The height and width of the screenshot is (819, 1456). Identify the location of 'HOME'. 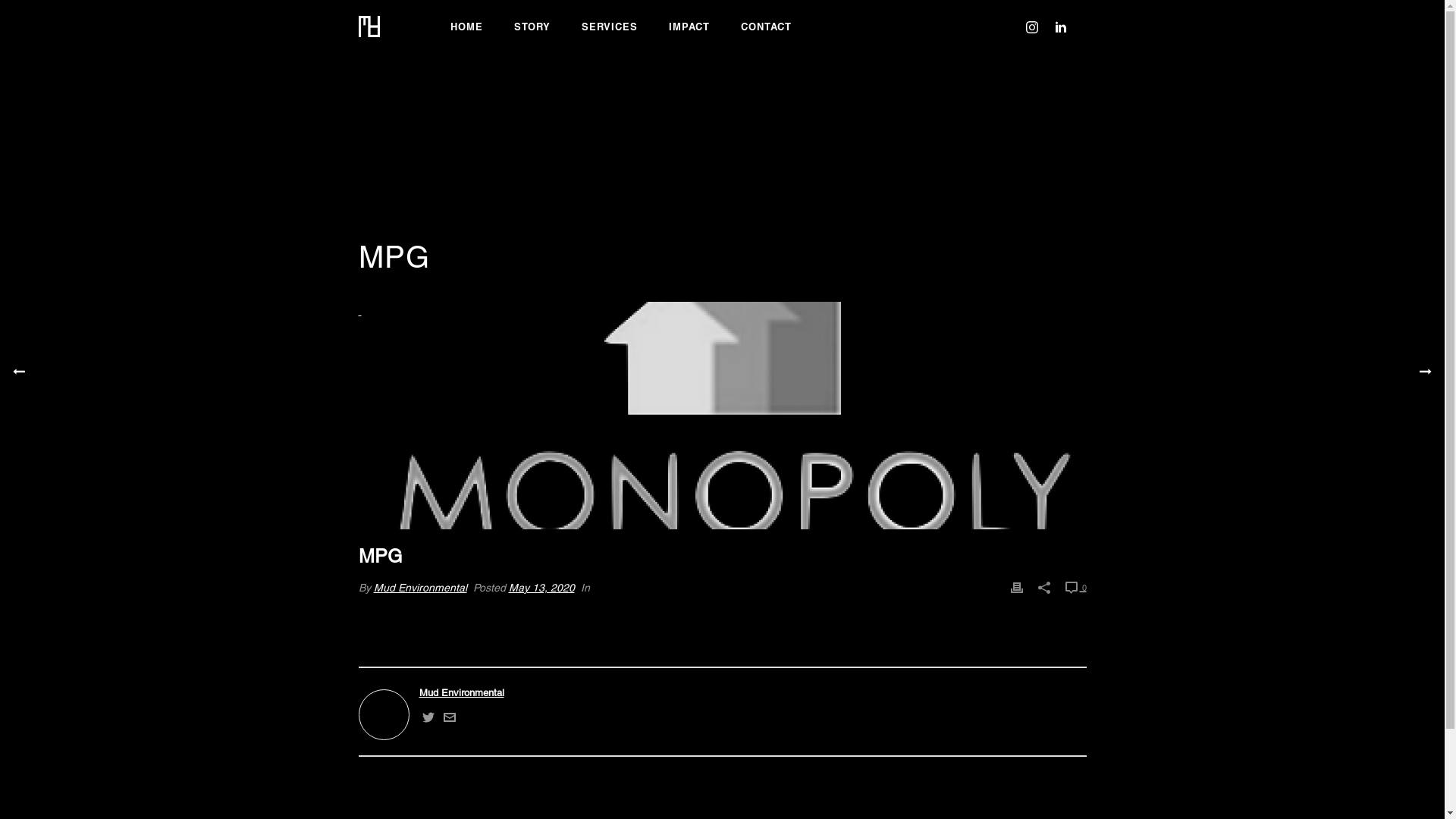
(466, 26).